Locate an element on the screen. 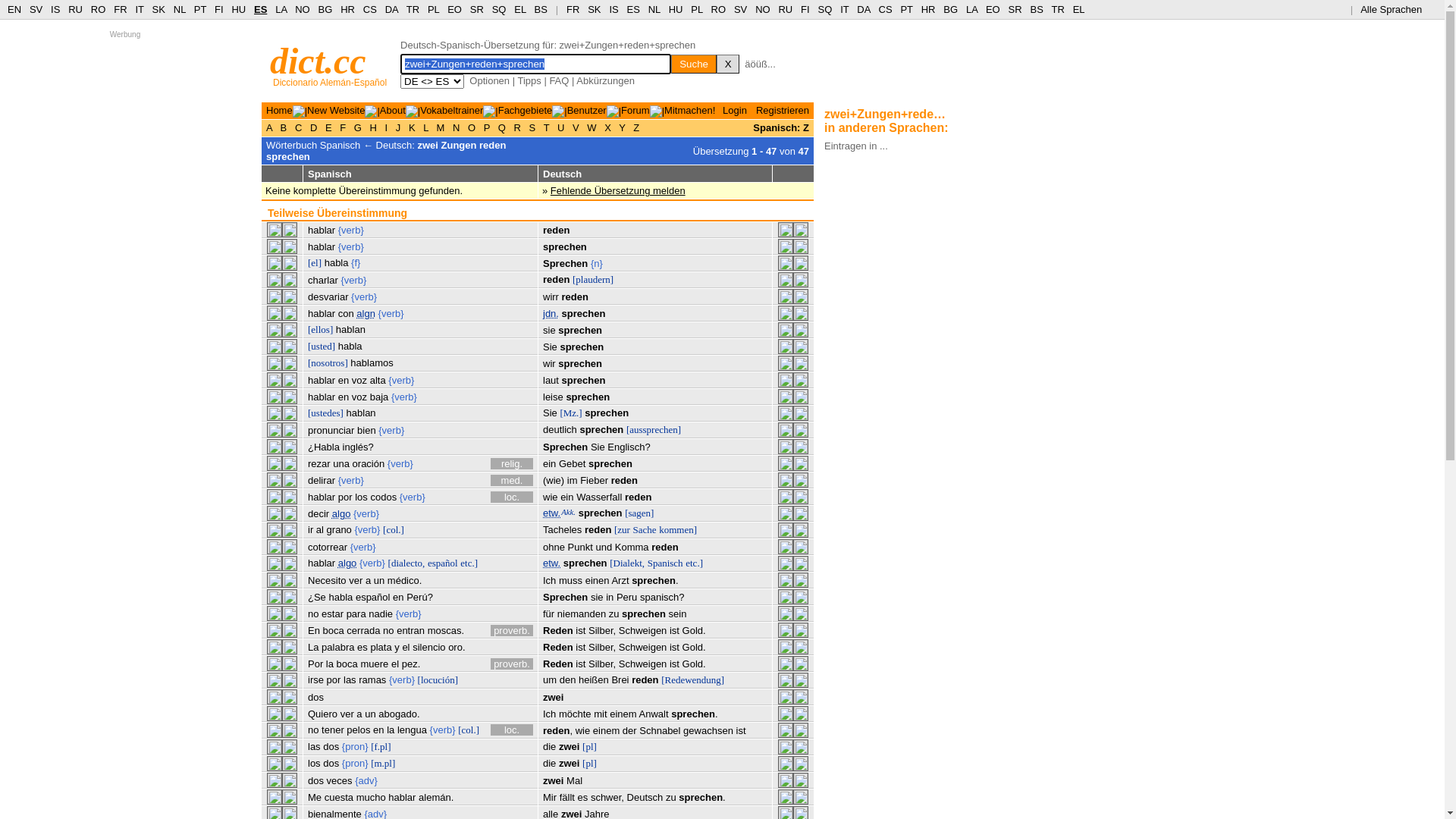  'NL' is located at coordinates (174, 9).